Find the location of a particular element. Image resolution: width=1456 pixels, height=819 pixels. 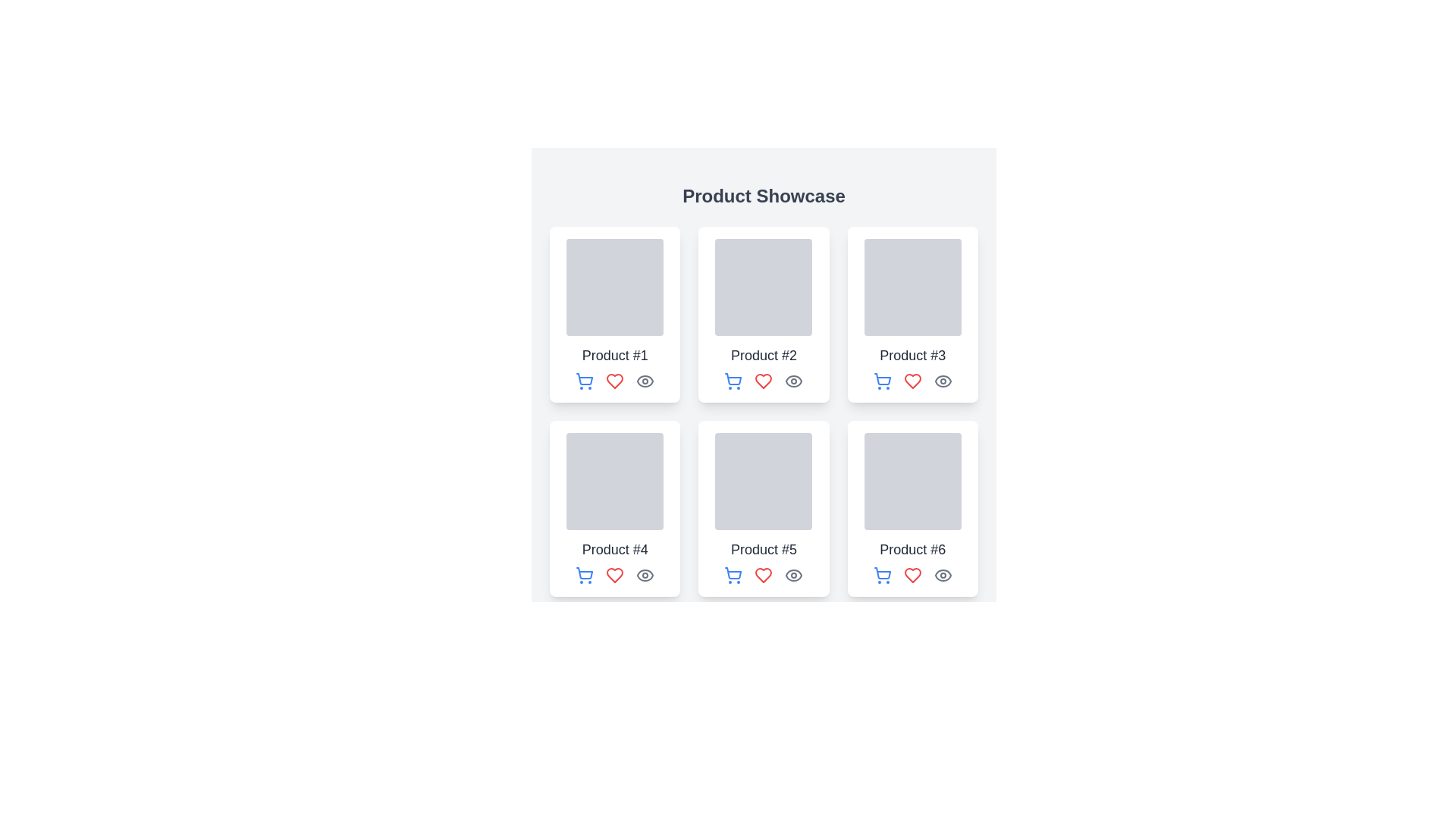

the shopping cart button is located at coordinates (584, 380).